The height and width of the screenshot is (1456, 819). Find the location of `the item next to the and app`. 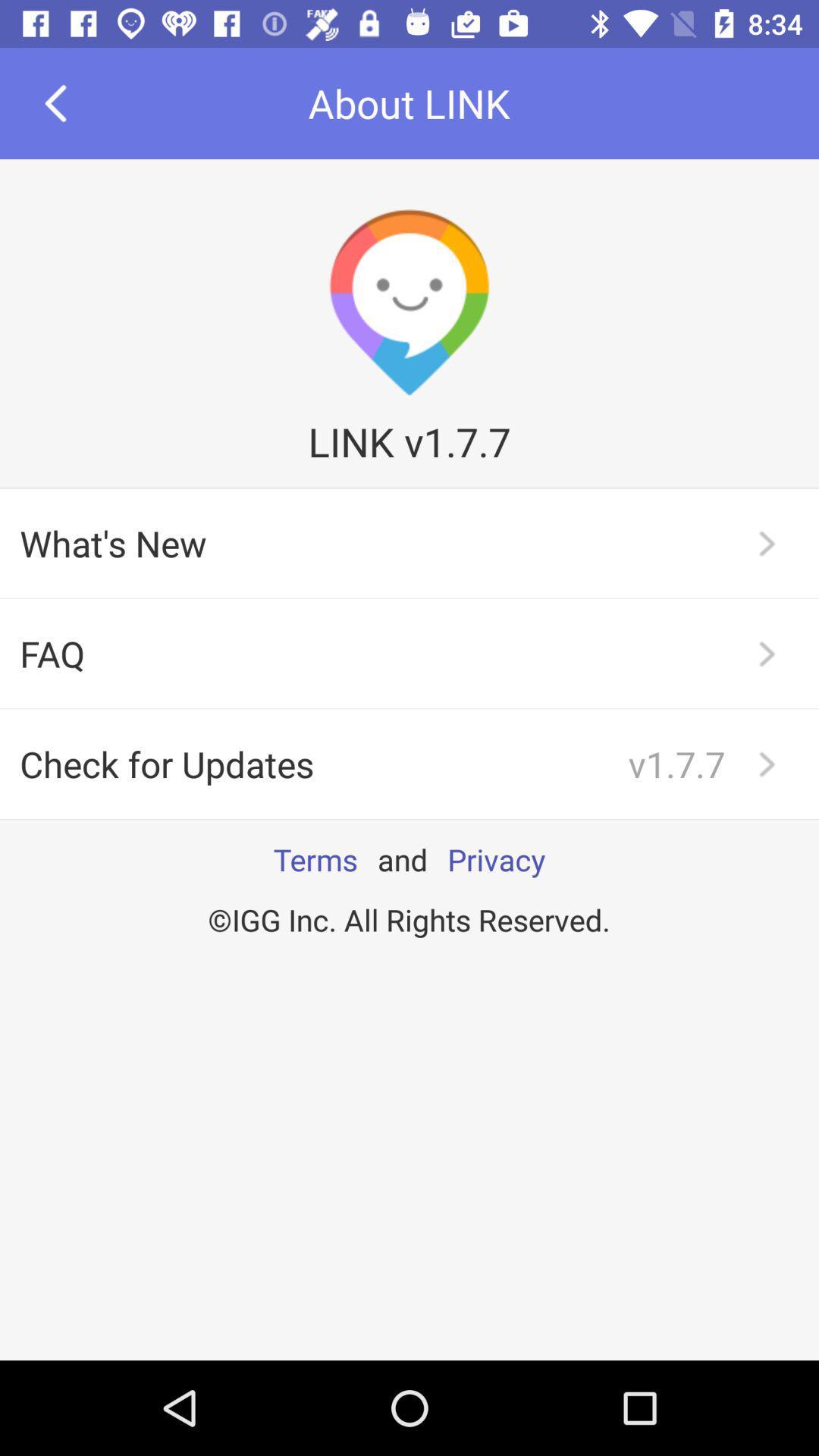

the item next to the and app is located at coordinates (315, 859).